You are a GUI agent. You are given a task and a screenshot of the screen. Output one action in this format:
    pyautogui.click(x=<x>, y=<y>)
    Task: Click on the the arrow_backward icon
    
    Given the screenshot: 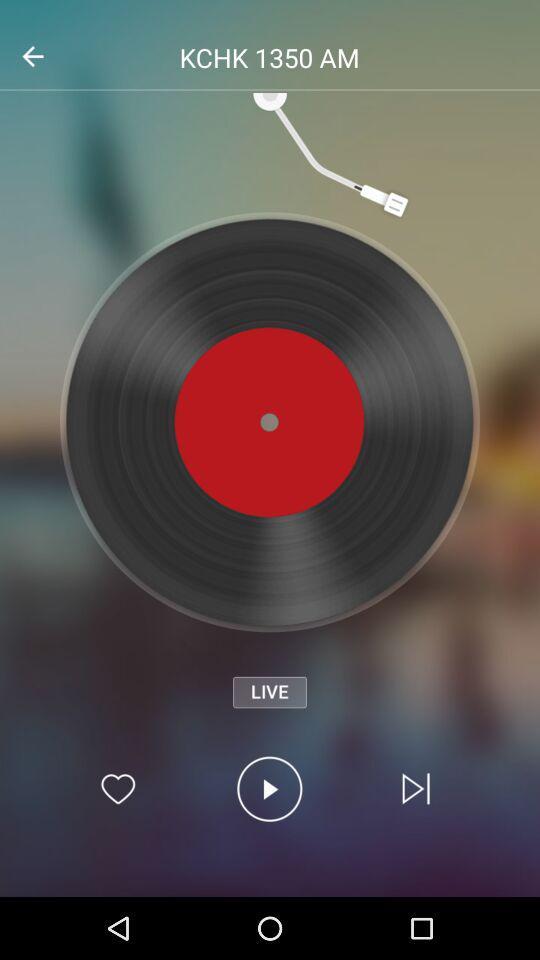 What is the action you would take?
    pyautogui.click(x=31, y=55)
    